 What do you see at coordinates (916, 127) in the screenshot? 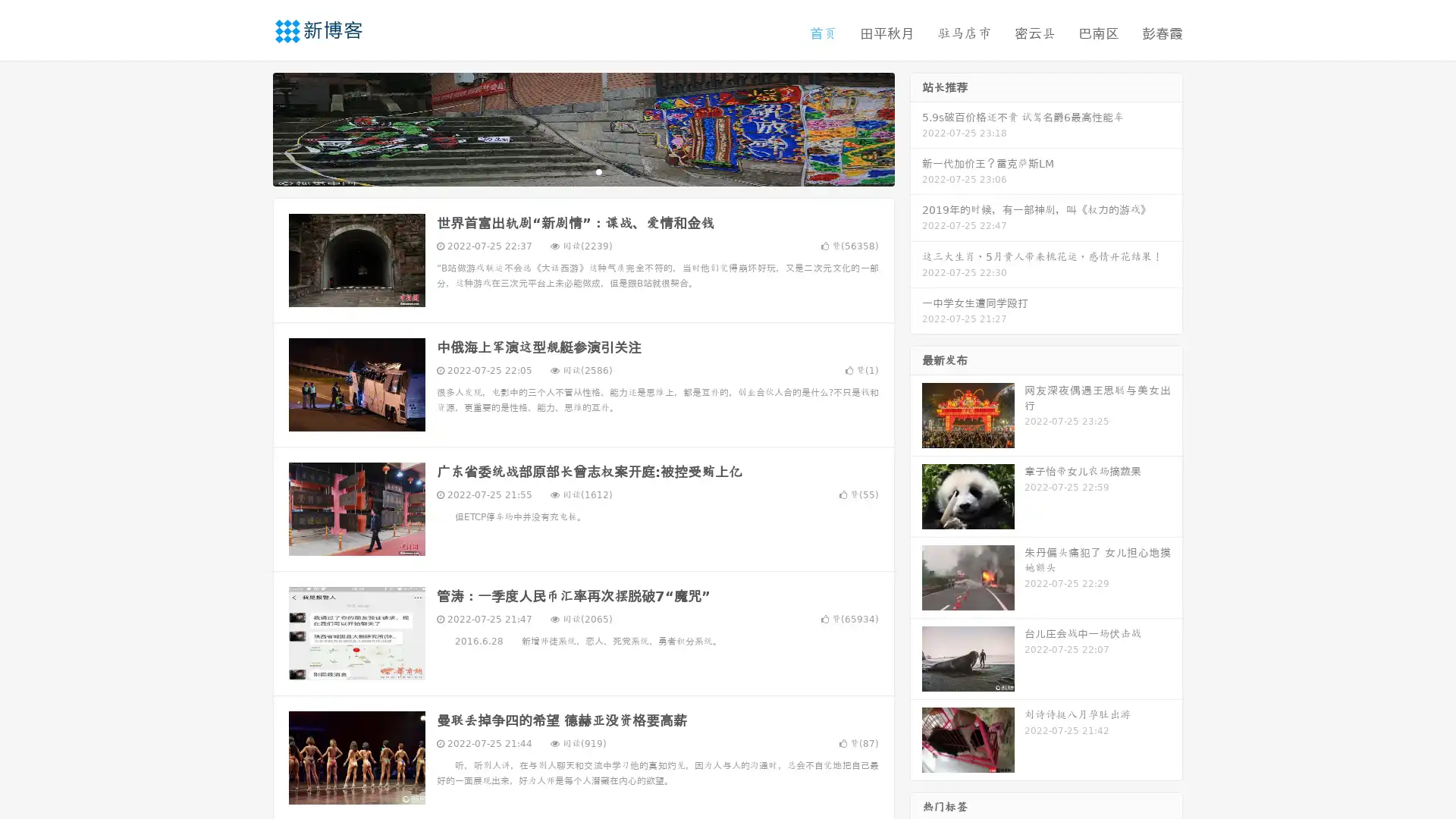
I see `Next slide` at bounding box center [916, 127].